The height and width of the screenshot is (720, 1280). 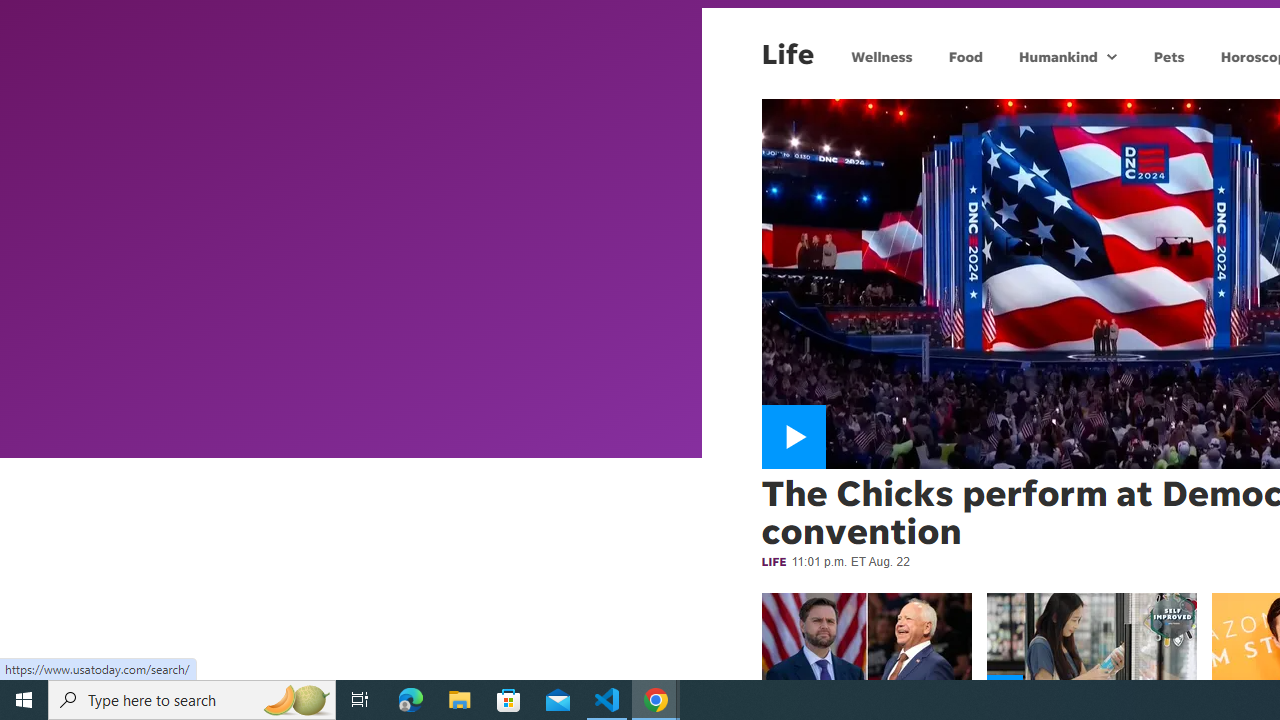 I want to click on 'Pets', so click(x=1168, y=55).